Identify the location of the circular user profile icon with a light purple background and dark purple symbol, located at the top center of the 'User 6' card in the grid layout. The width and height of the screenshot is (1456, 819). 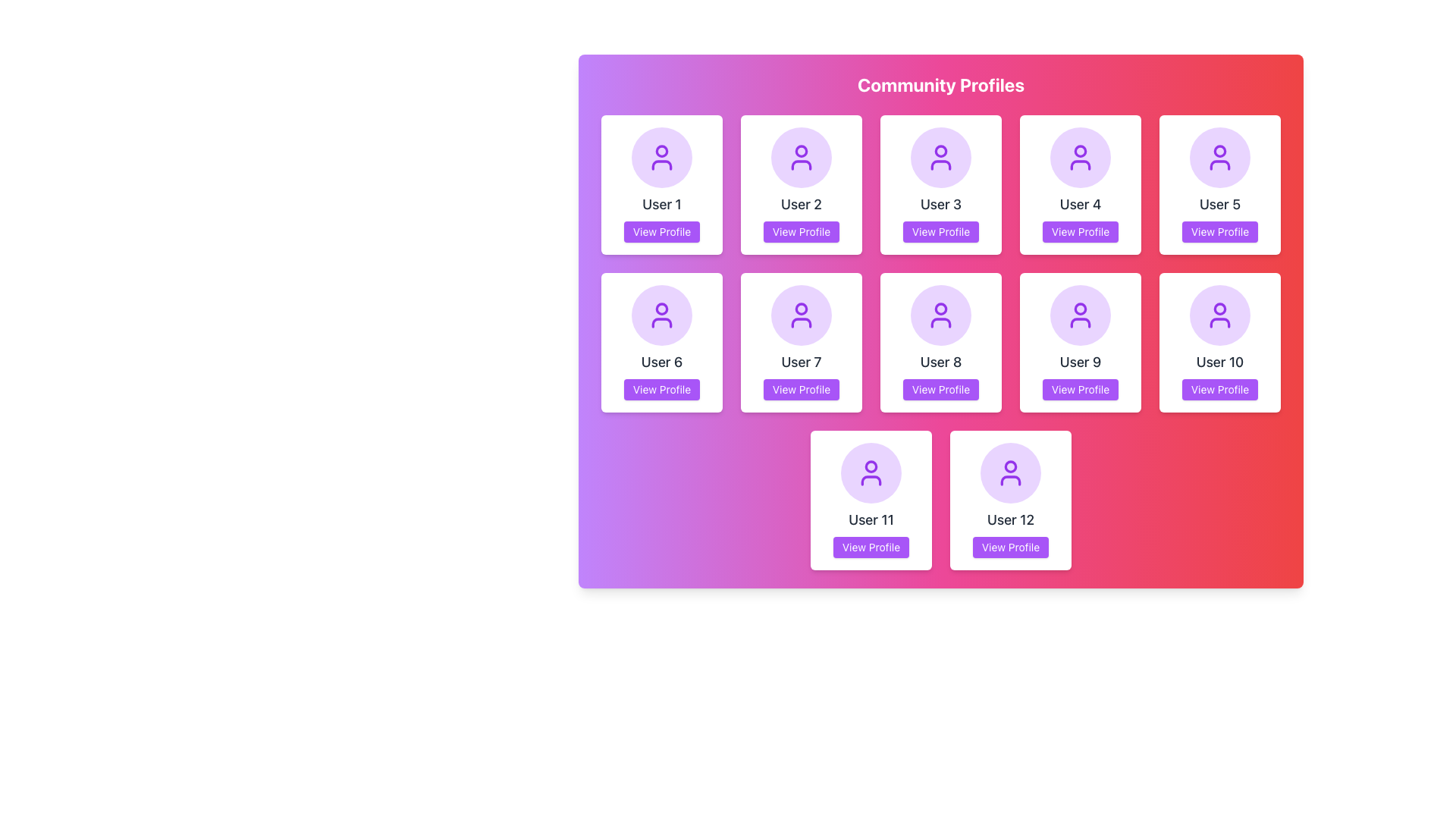
(662, 315).